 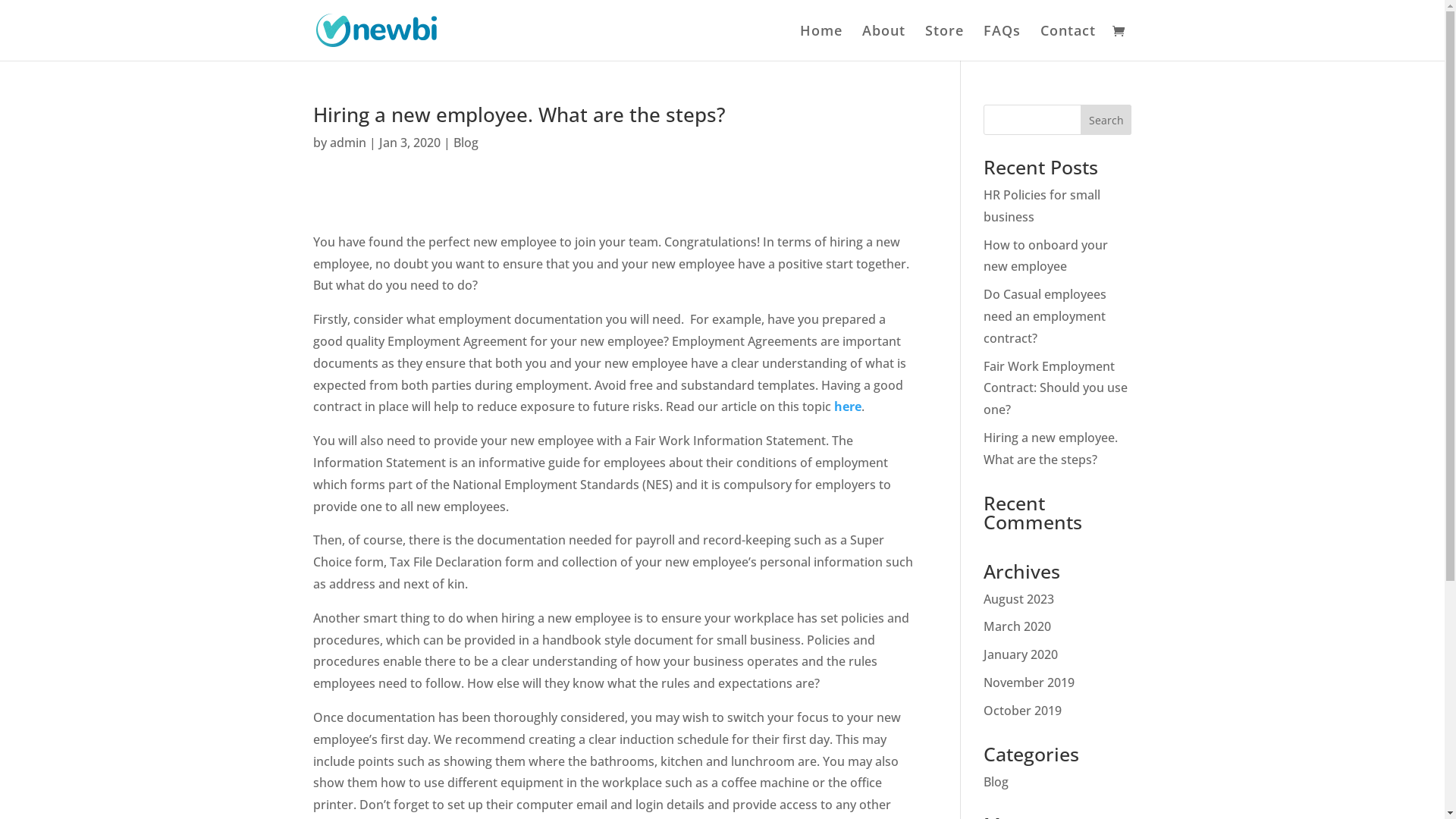 I want to click on 'March 2020', so click(x=1017, y=626).